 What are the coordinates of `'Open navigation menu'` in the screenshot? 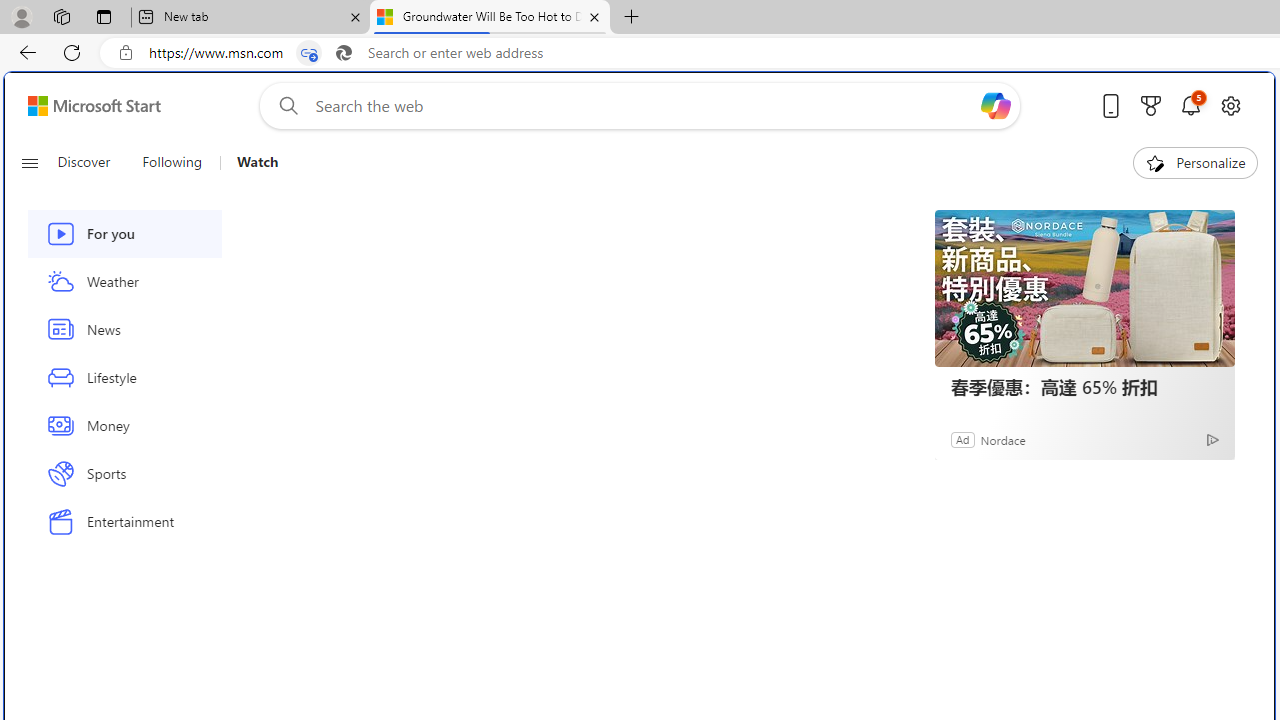 It's located at (29, 162).